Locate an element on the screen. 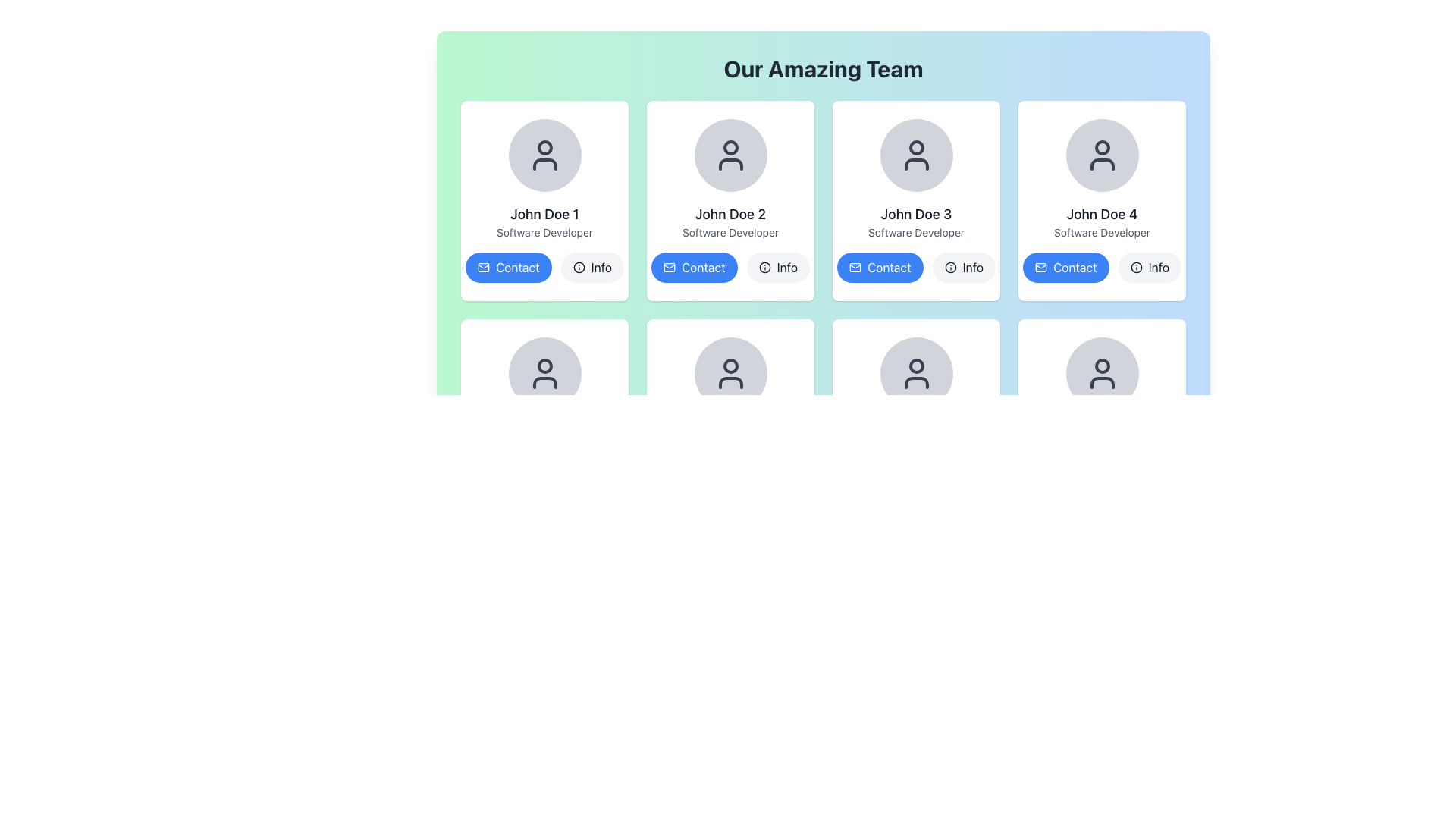  the circular profile placeholder with a gray background and user icon, located in the second column of the top row in the grid-like structure is located at coordinates (730, 155).